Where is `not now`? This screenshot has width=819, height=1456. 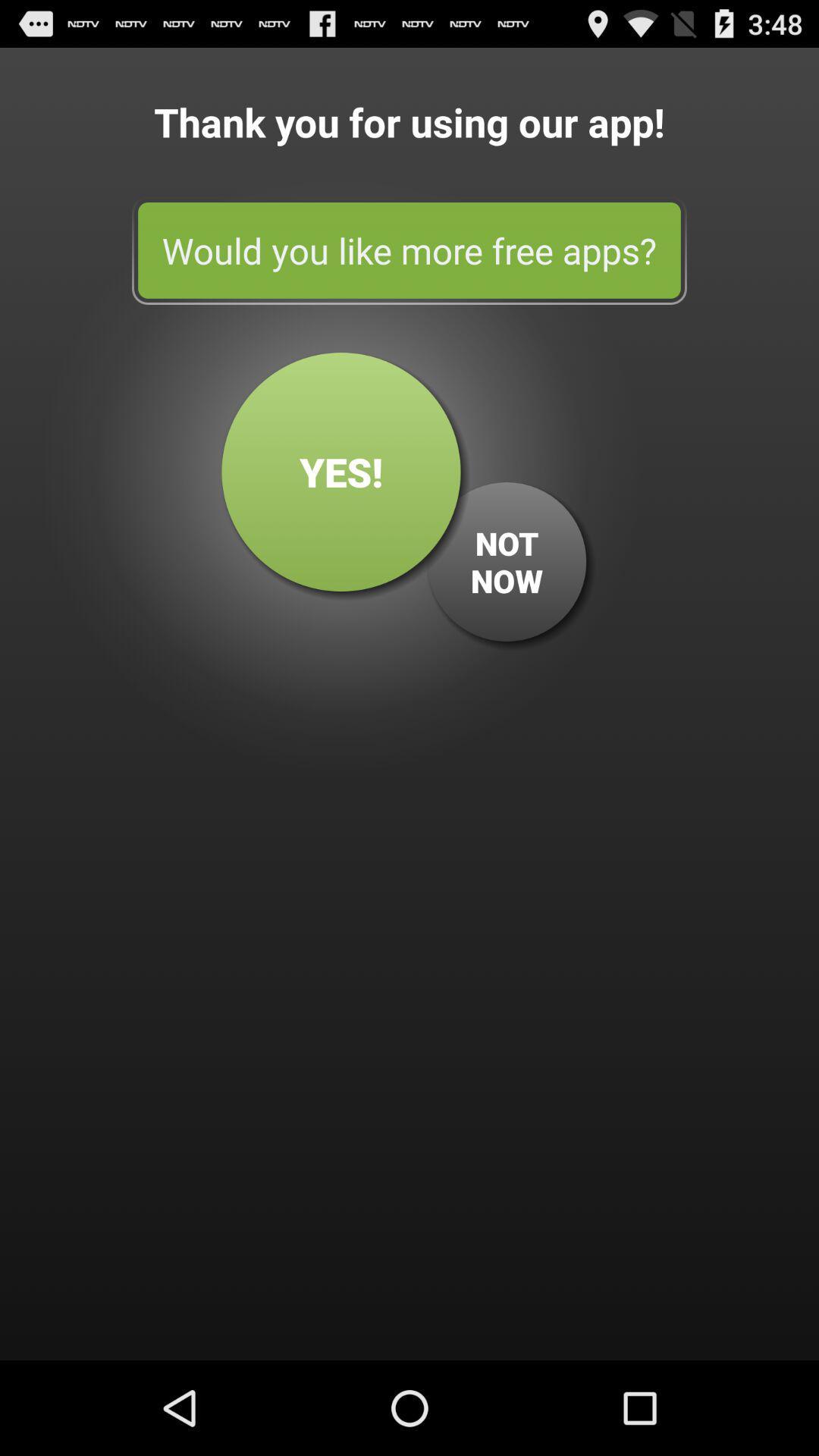 not now is located at coordinates (507, 560).